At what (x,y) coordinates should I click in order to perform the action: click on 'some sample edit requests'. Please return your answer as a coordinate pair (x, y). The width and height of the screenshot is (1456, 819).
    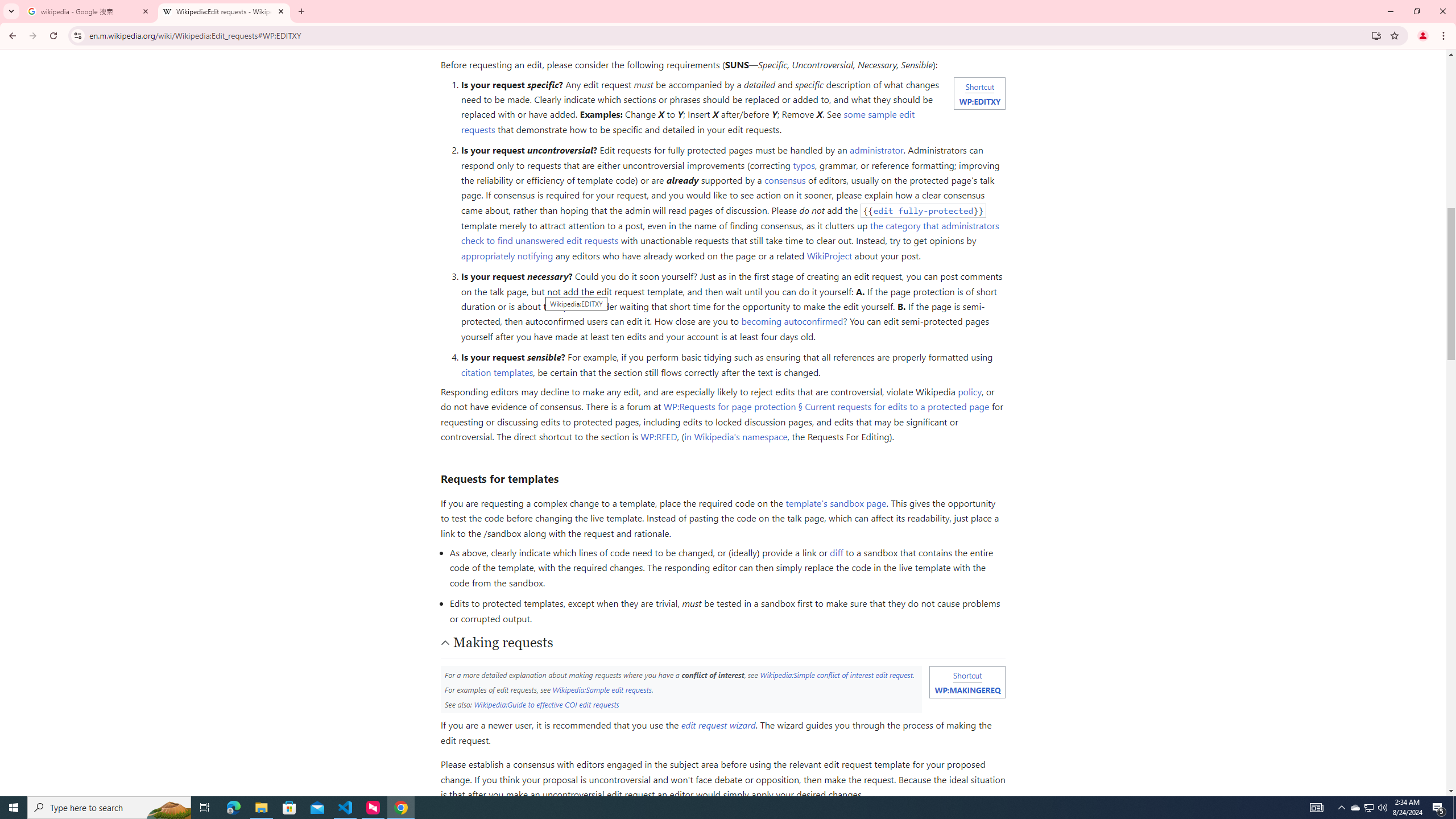
    Looking at the image, I should click on (687, 121).